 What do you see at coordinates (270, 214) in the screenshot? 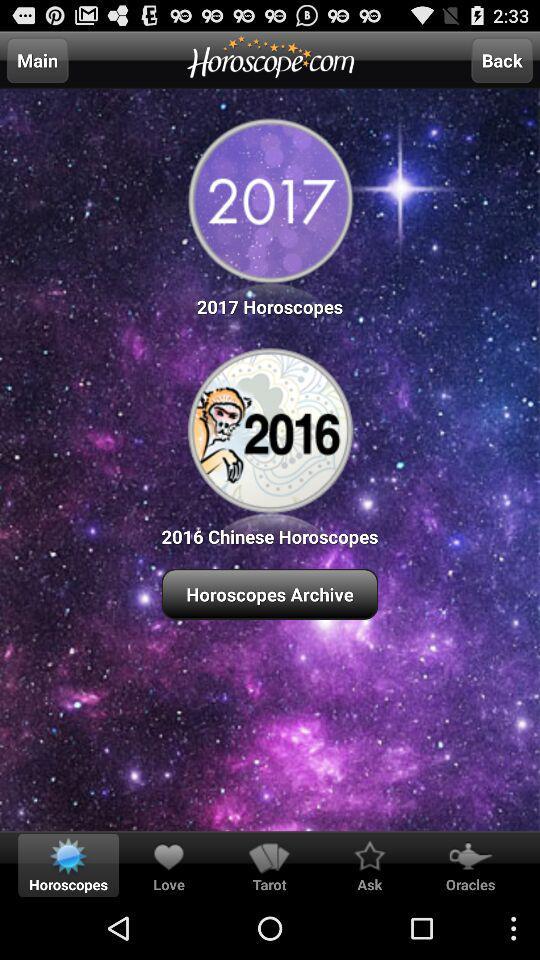
I see `the 2017 horoscopes icon` at bounding box center [270, 214].